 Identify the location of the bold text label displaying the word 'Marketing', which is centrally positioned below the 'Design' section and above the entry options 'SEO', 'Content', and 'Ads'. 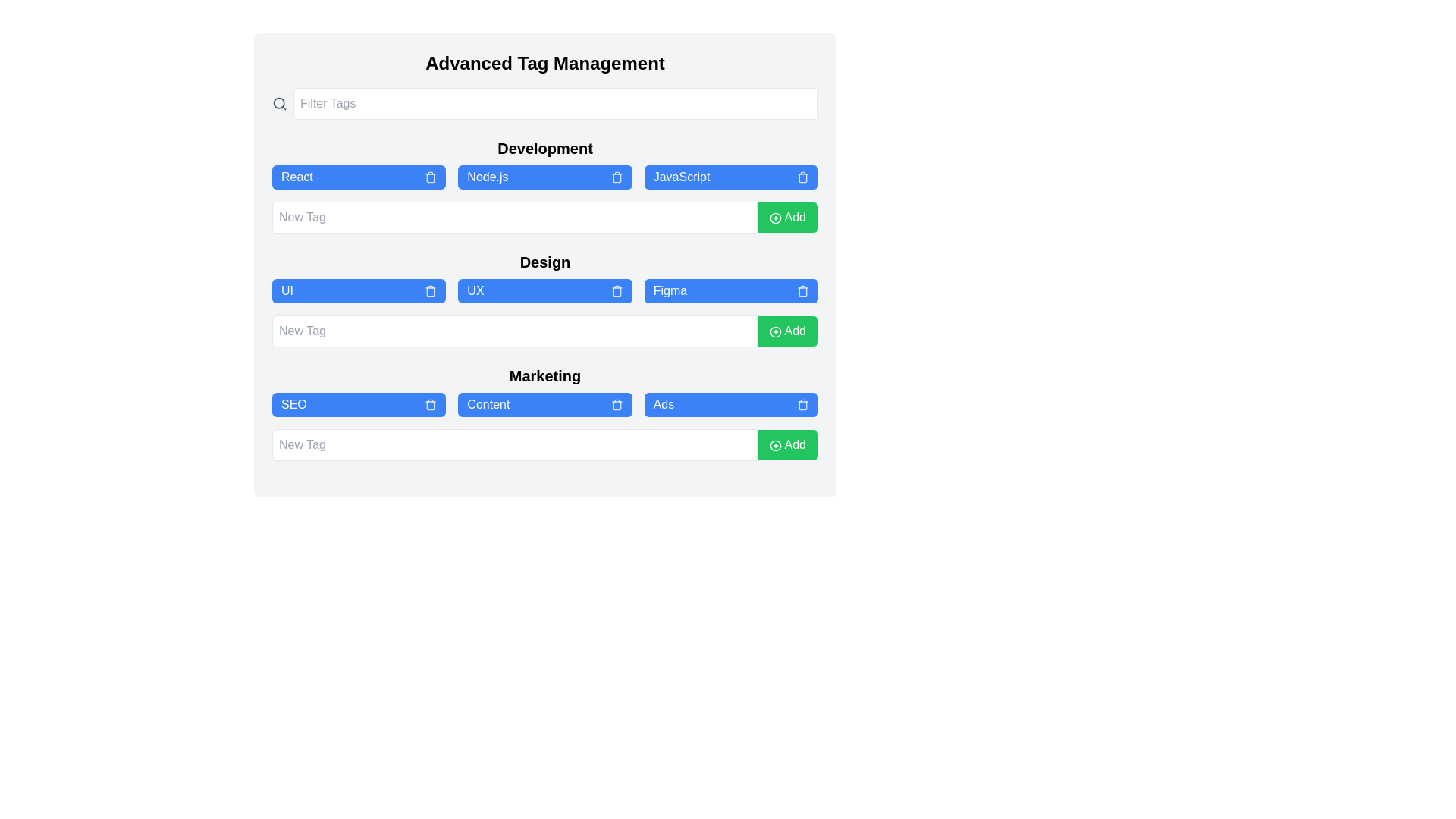
(545, 375).